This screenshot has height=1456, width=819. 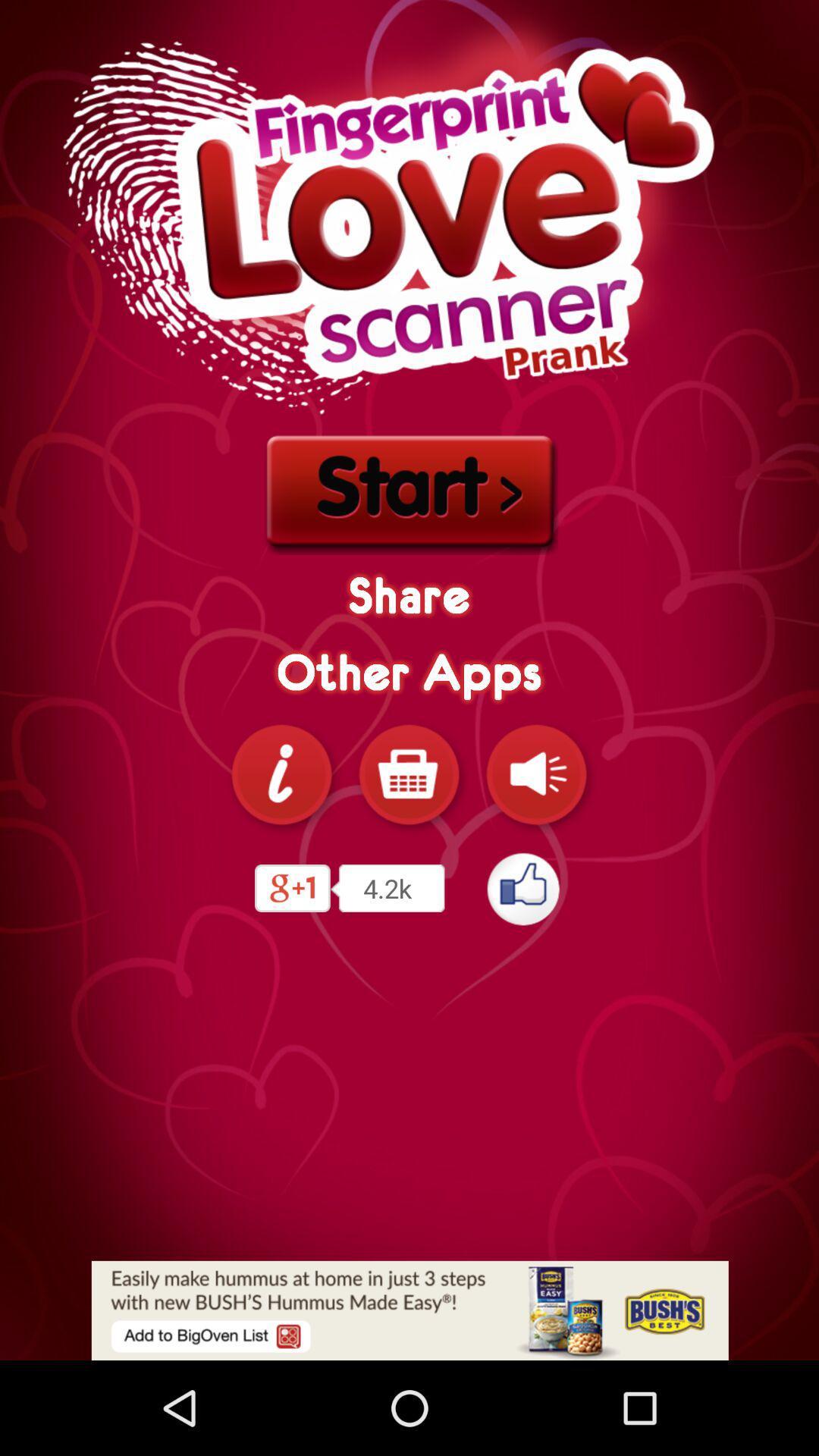 What do you see at coordinates (523, 888) in the screenshot?
I see `like this app` at bounding box center [523, 888].